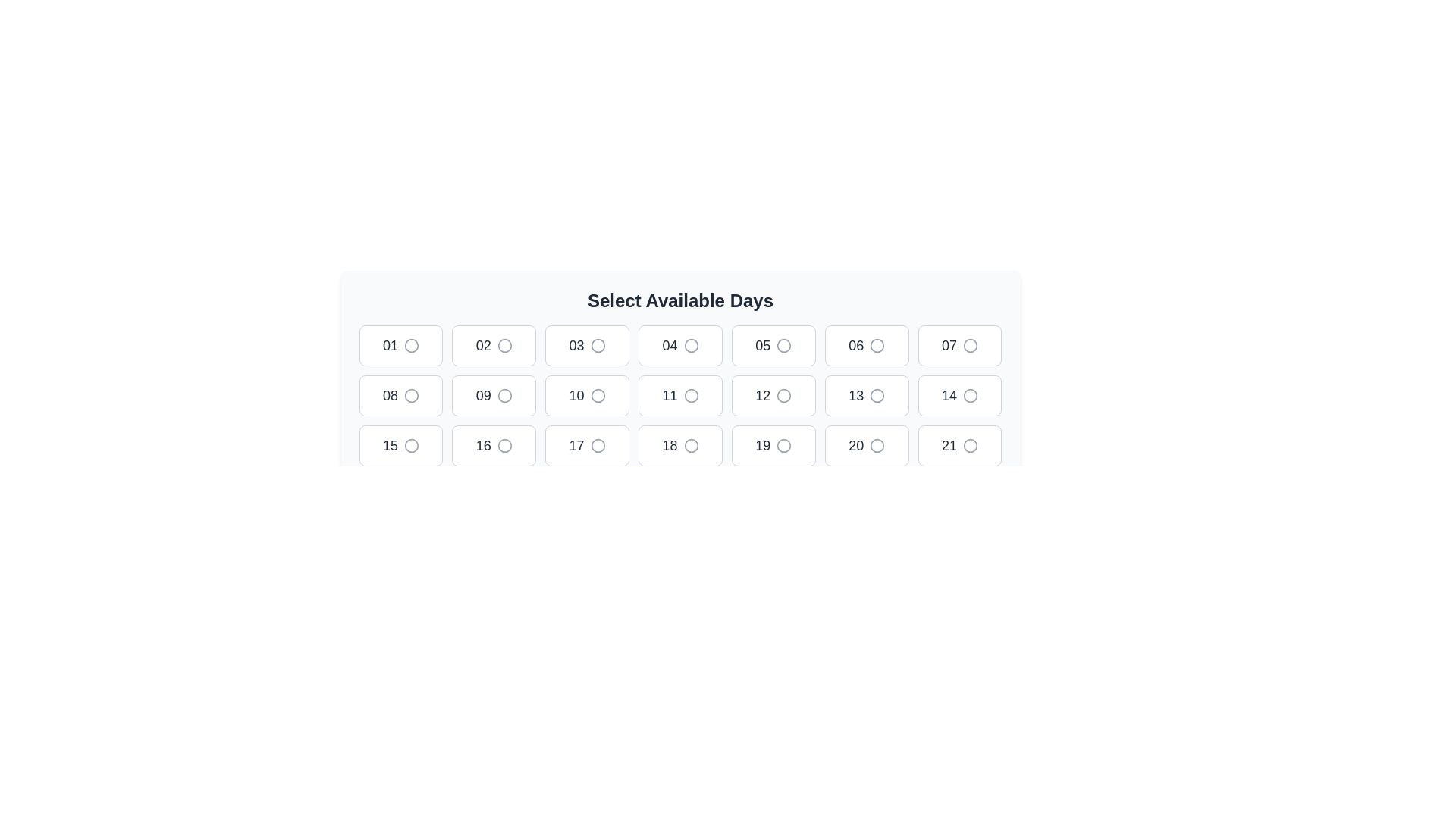 The height and width of the screenshot is (819, 1456). Describe the element at coordinates (763, 345) in the screenshot. I see `the Text Label element displaying '05', which is styled with a large font size, medium font weight, and dark gray color, located under the 'Select Available Days' section` at that location.